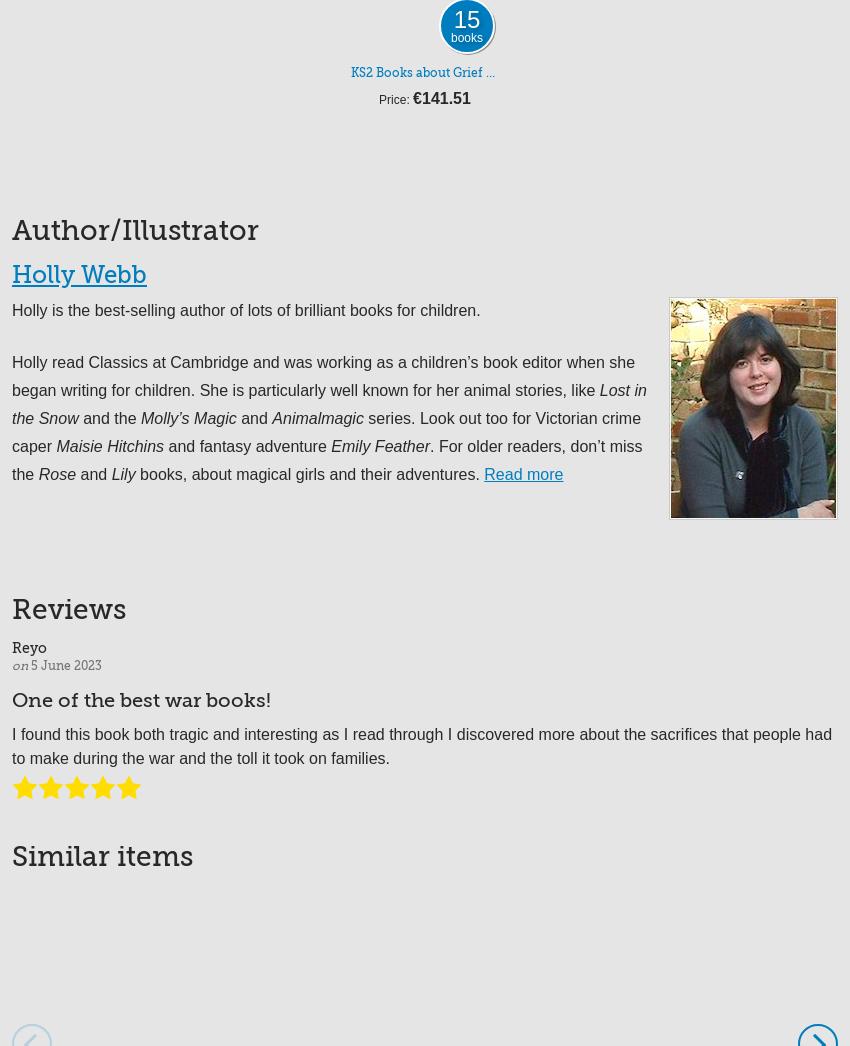 The height and width of the screenshot is (1046, 850). What do you see at coordinates (141, 699) in the screenshot?
I see `'One of the best war books!'` at bounding box center [141, 699].